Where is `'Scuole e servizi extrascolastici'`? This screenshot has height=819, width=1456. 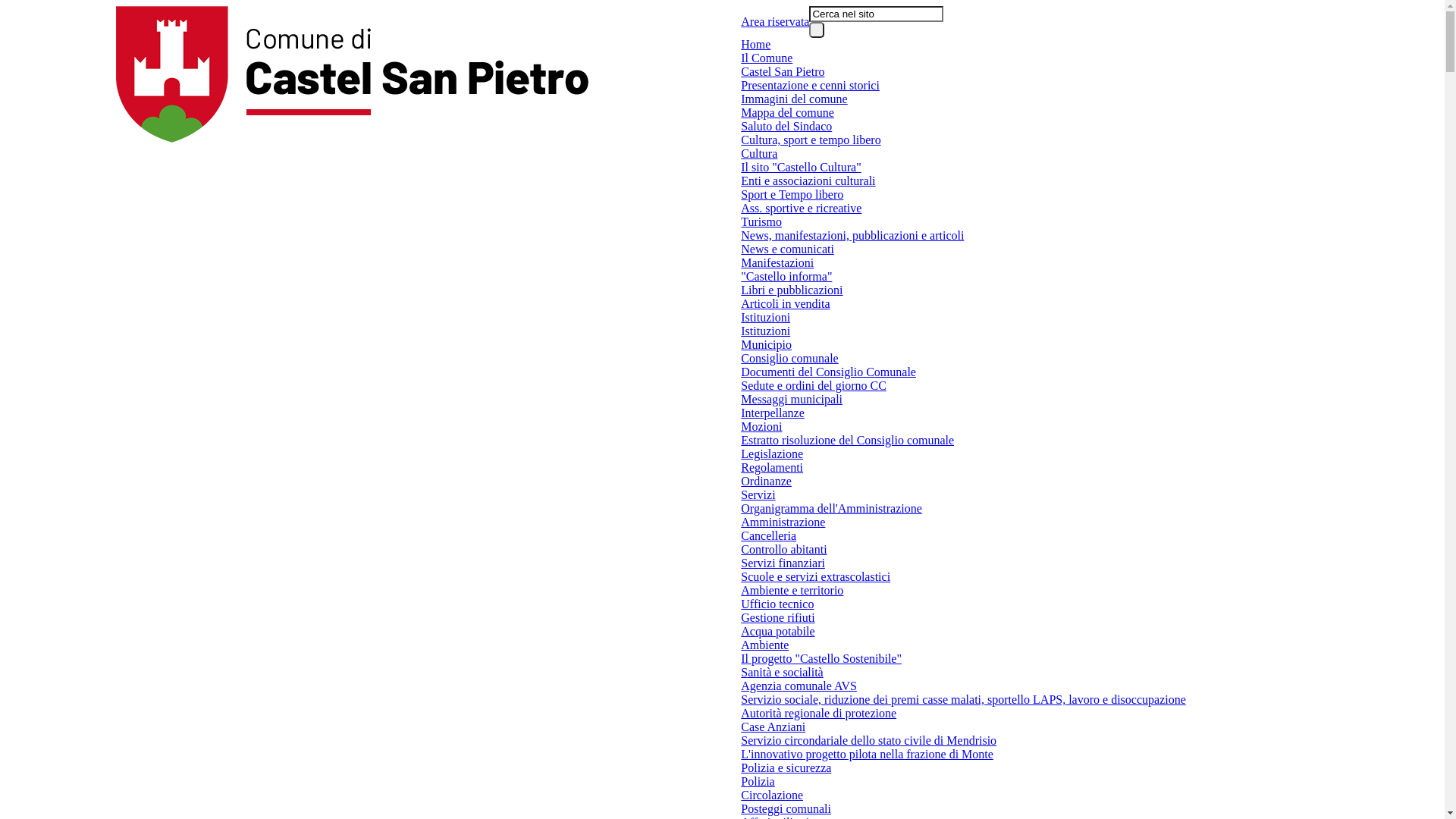 'Scuole e servizi extrascolastici' is located at coordinates (814, 576).